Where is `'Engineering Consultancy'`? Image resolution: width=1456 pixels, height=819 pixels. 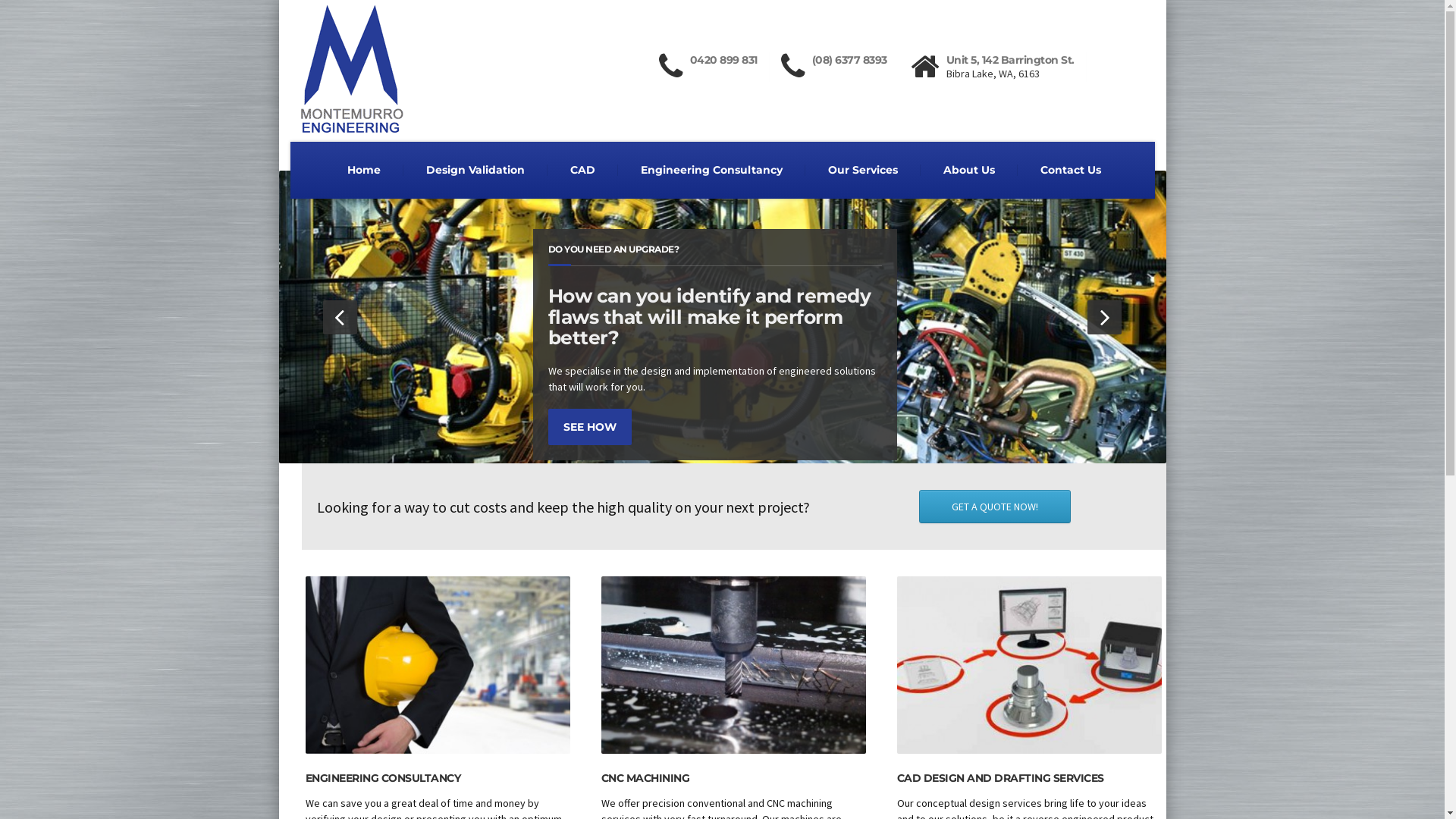
'Engineering Consultancy' is located at coordinates (710, 170).